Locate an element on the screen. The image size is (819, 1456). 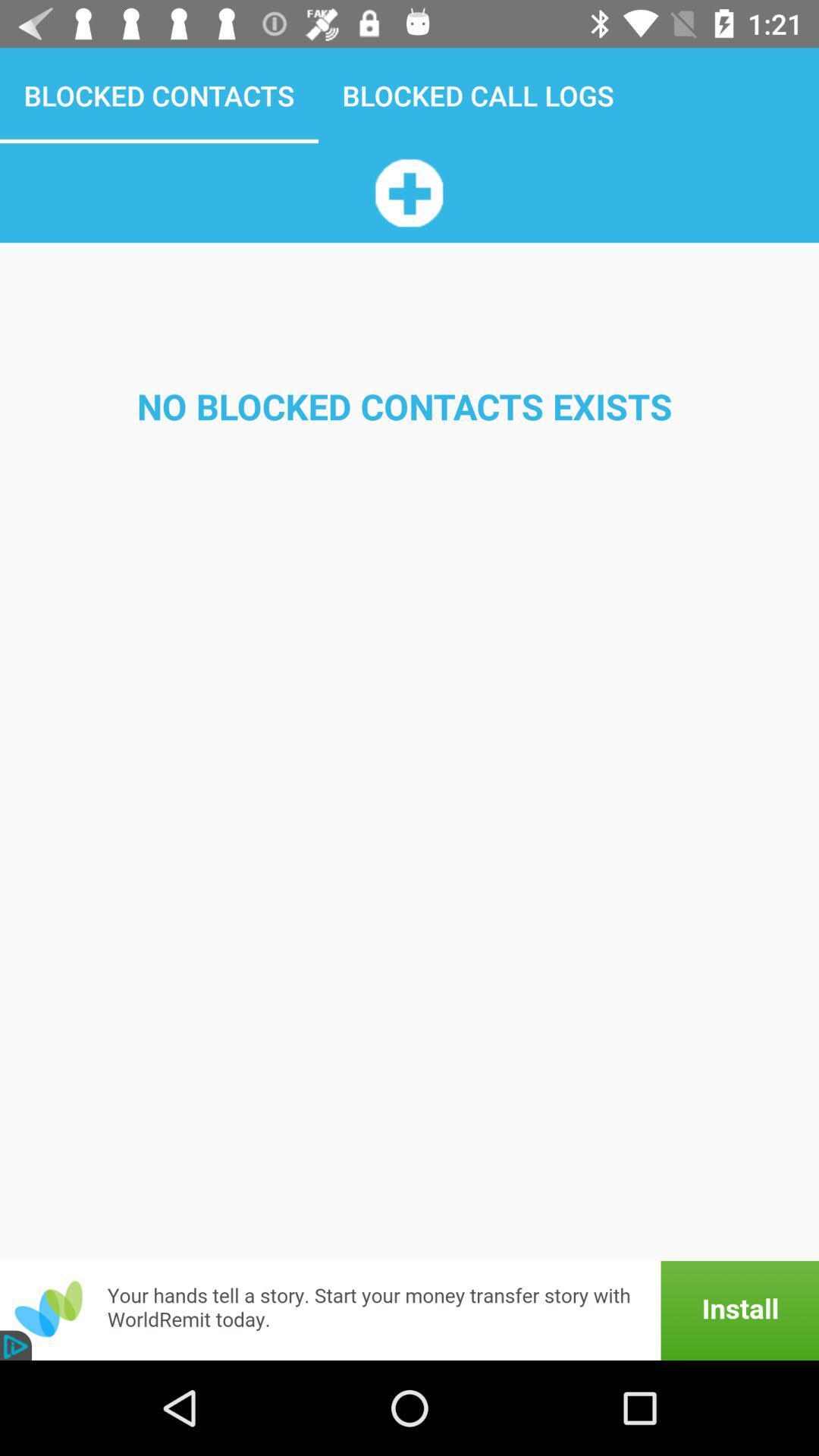
contacts name list is located at coordinates (408, 192).